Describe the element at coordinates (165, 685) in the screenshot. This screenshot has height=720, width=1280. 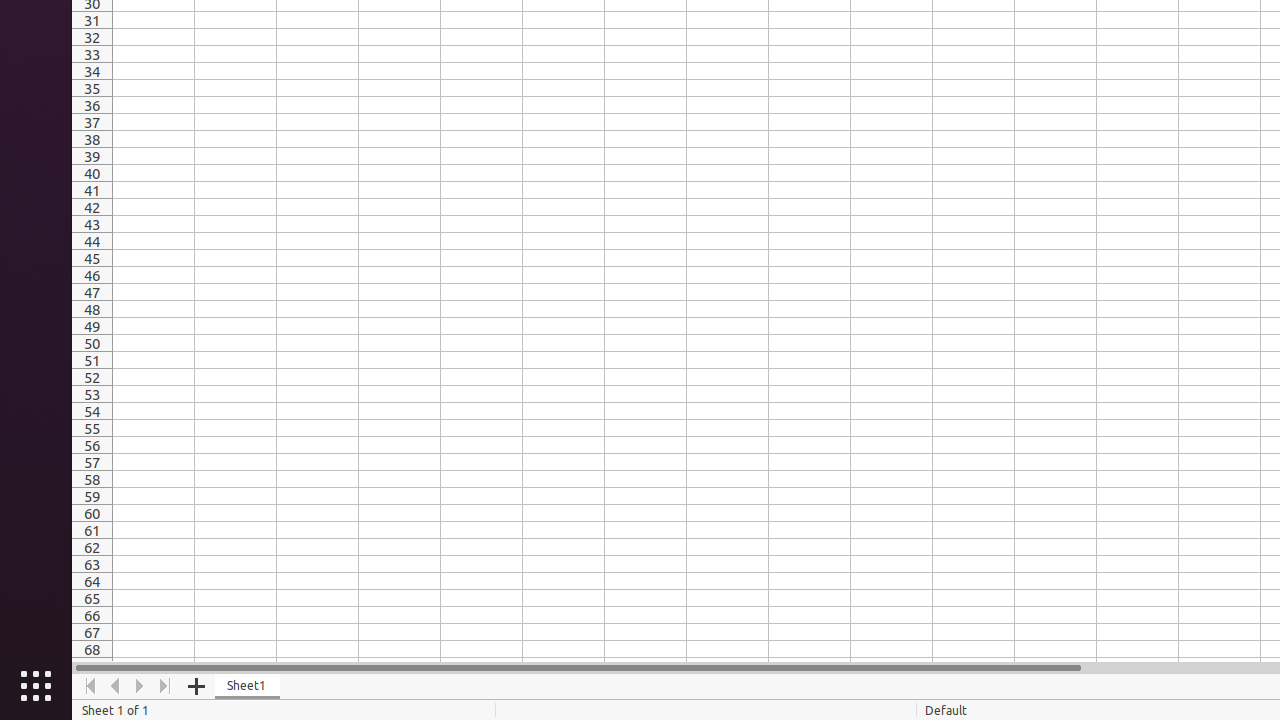
I see `'Move To End'` at that location.